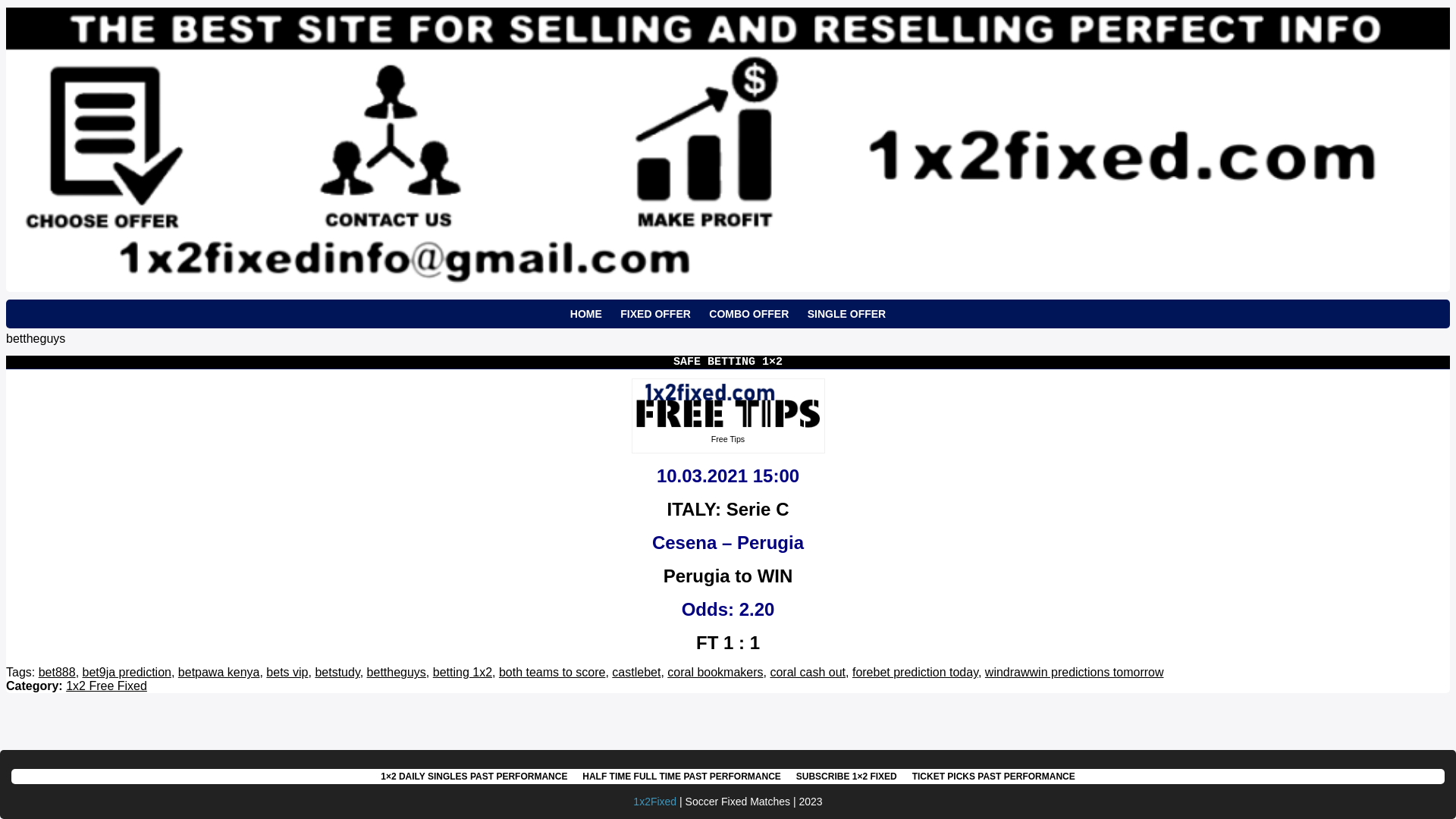 This screenshot has width=1456, height=819. Describe the element at coordinates (551, 671) in the screenshot. I see `'both teams to score'` at that location.